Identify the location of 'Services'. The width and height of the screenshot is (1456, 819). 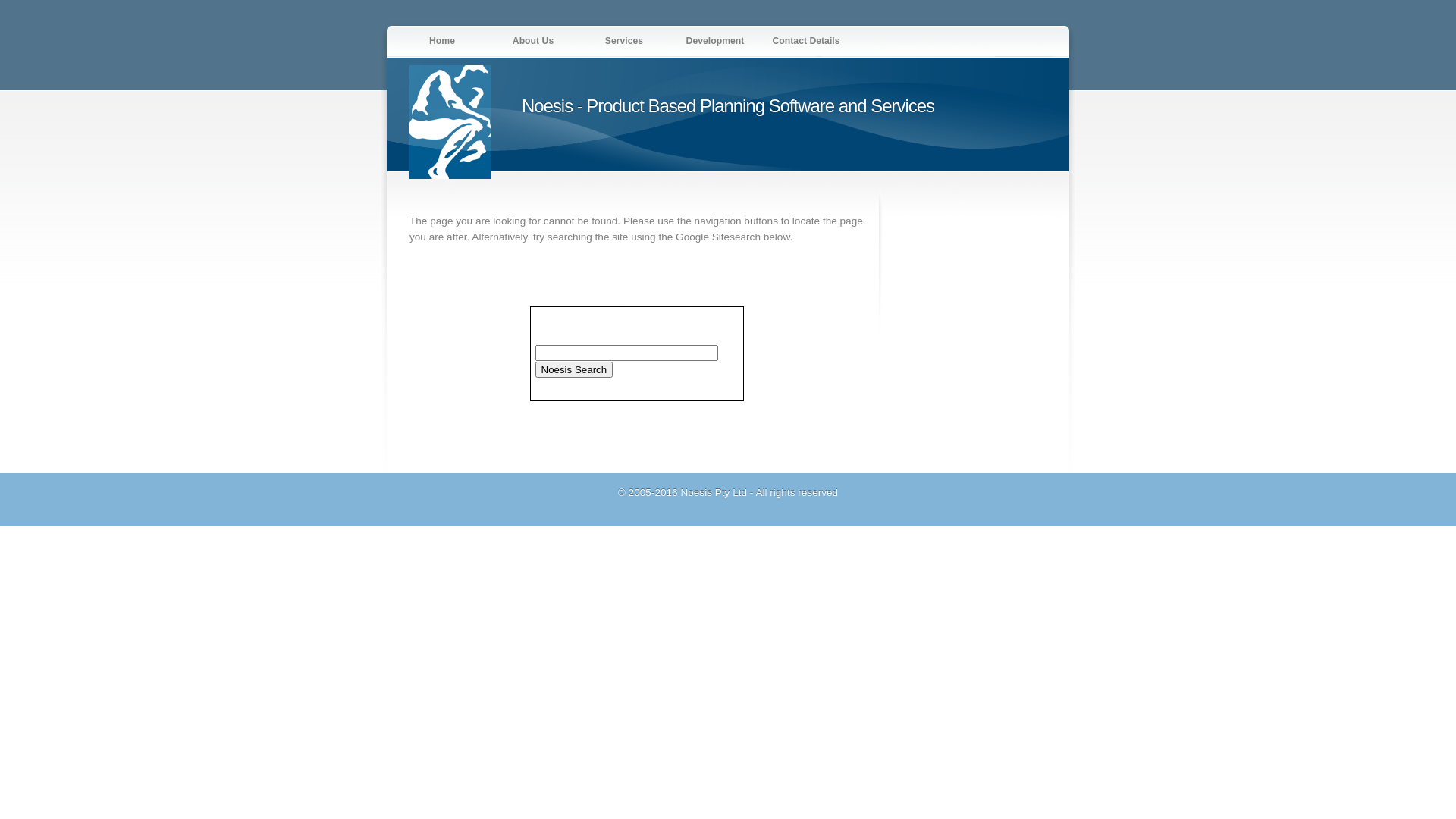
(623, 39).